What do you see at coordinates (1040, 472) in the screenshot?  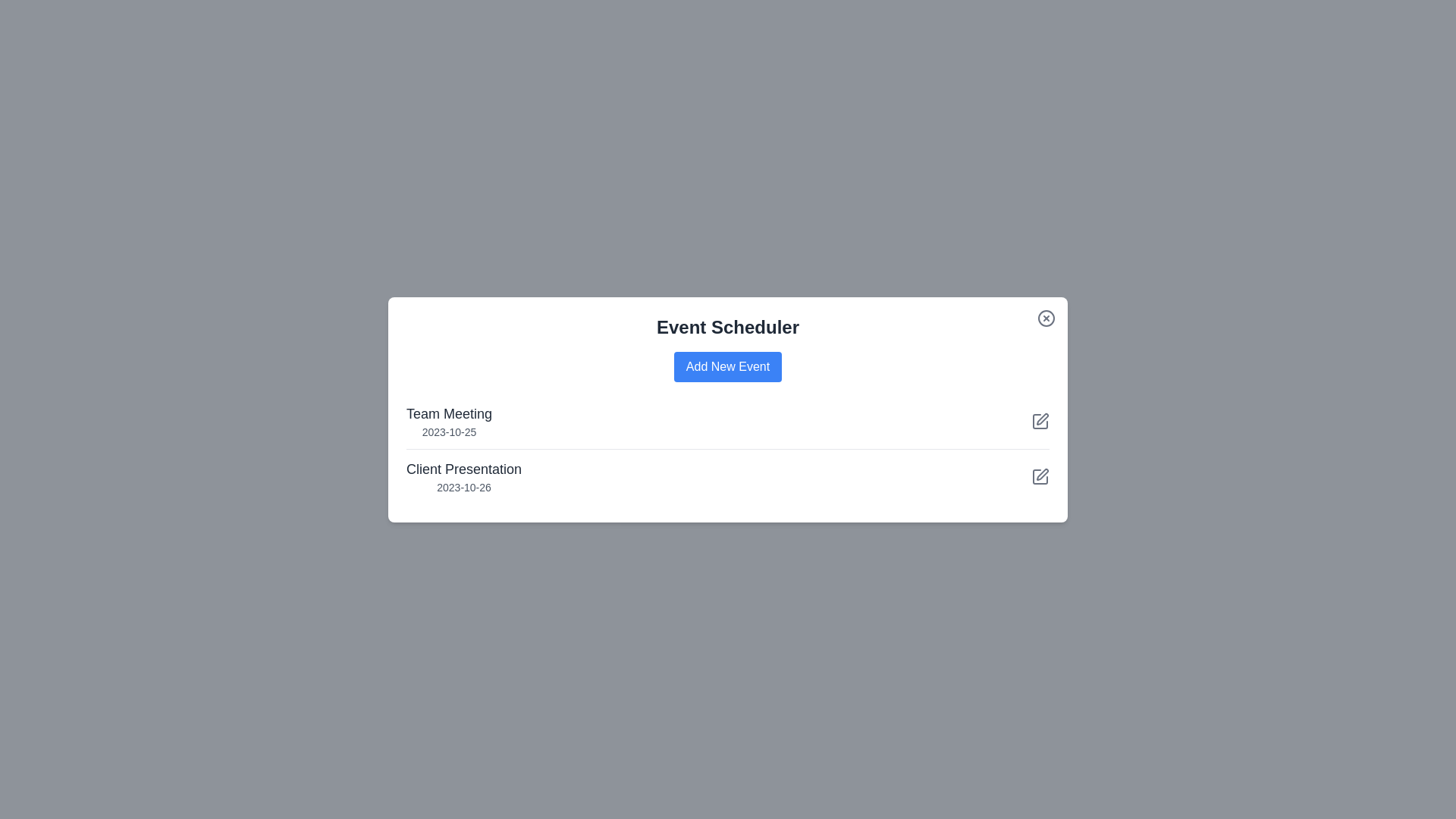 I see `the edit icon button located near the bottom-right corner of the second event row in the event scheduler interface to initiate editing` at bounding box center [1040, 472].